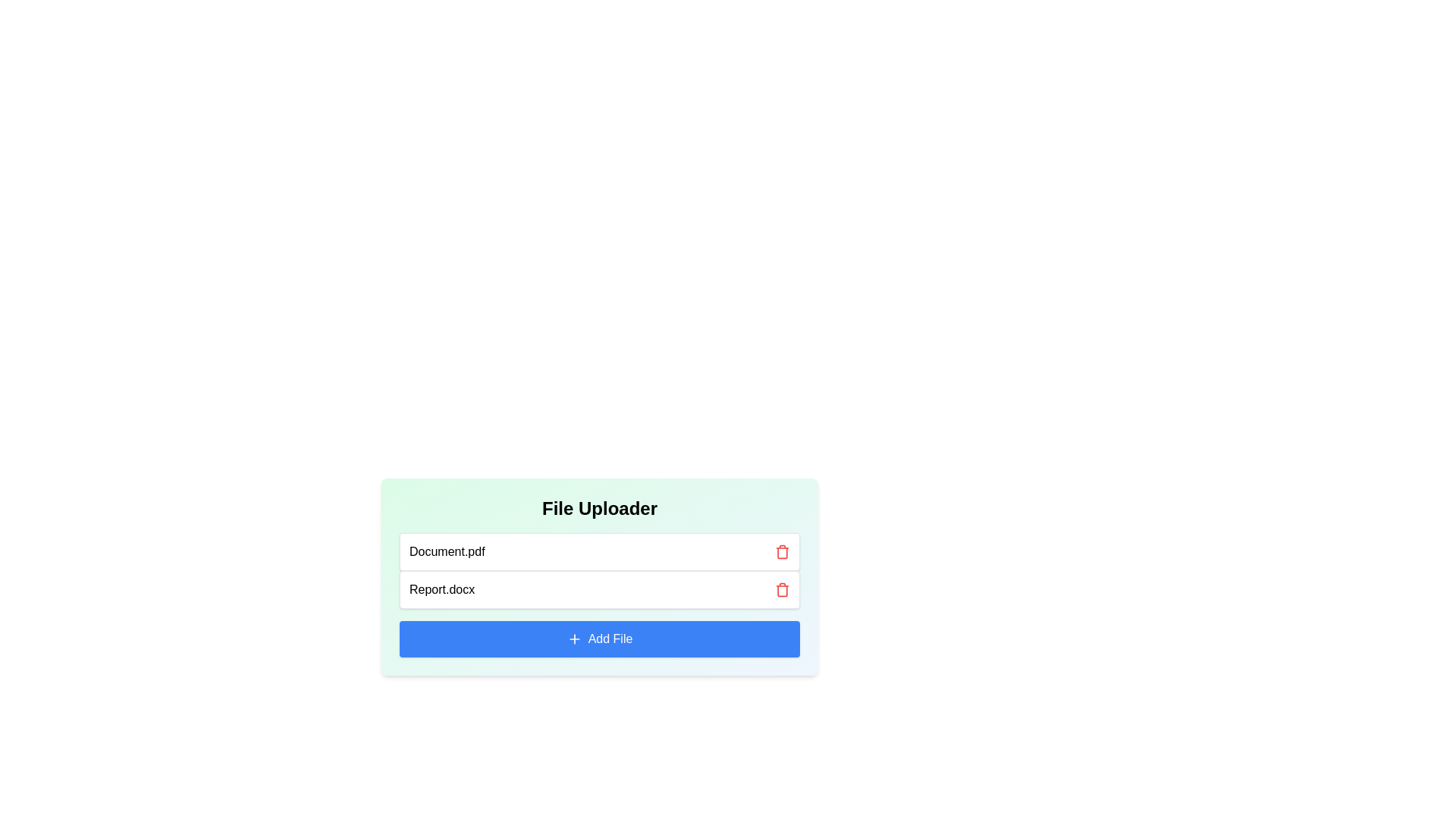 Image resolution: width=1456 pixels, height=819 pixels. I want to click on the SVG Icon representing a plus sign inside the 'Add File' button, so click(573, 639).